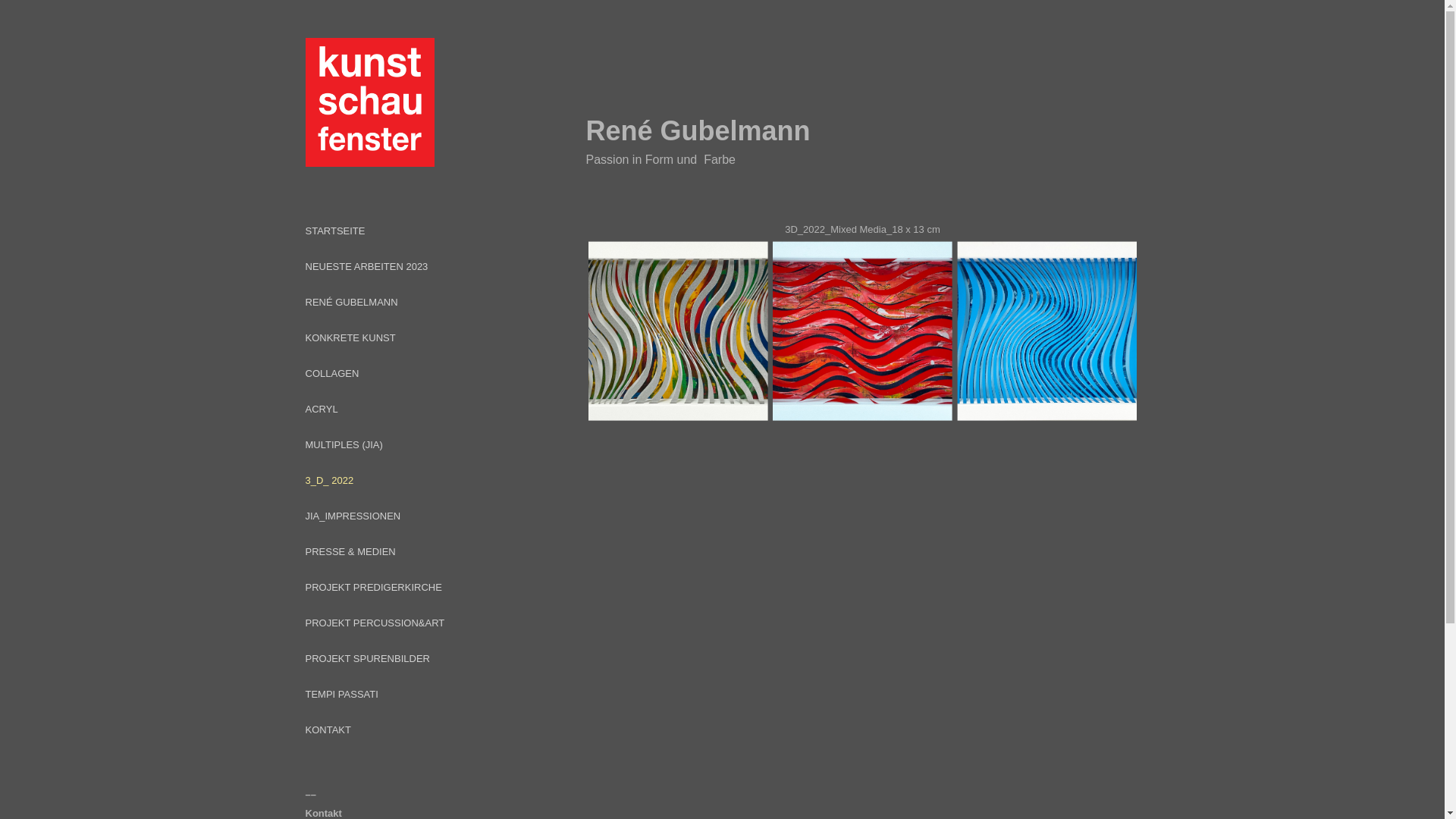  What do you see at coordinates (375, 623) in the screenshot?
I see `'PROJEKT PERCUSSION&ART'` at bounding box center [375, 623].